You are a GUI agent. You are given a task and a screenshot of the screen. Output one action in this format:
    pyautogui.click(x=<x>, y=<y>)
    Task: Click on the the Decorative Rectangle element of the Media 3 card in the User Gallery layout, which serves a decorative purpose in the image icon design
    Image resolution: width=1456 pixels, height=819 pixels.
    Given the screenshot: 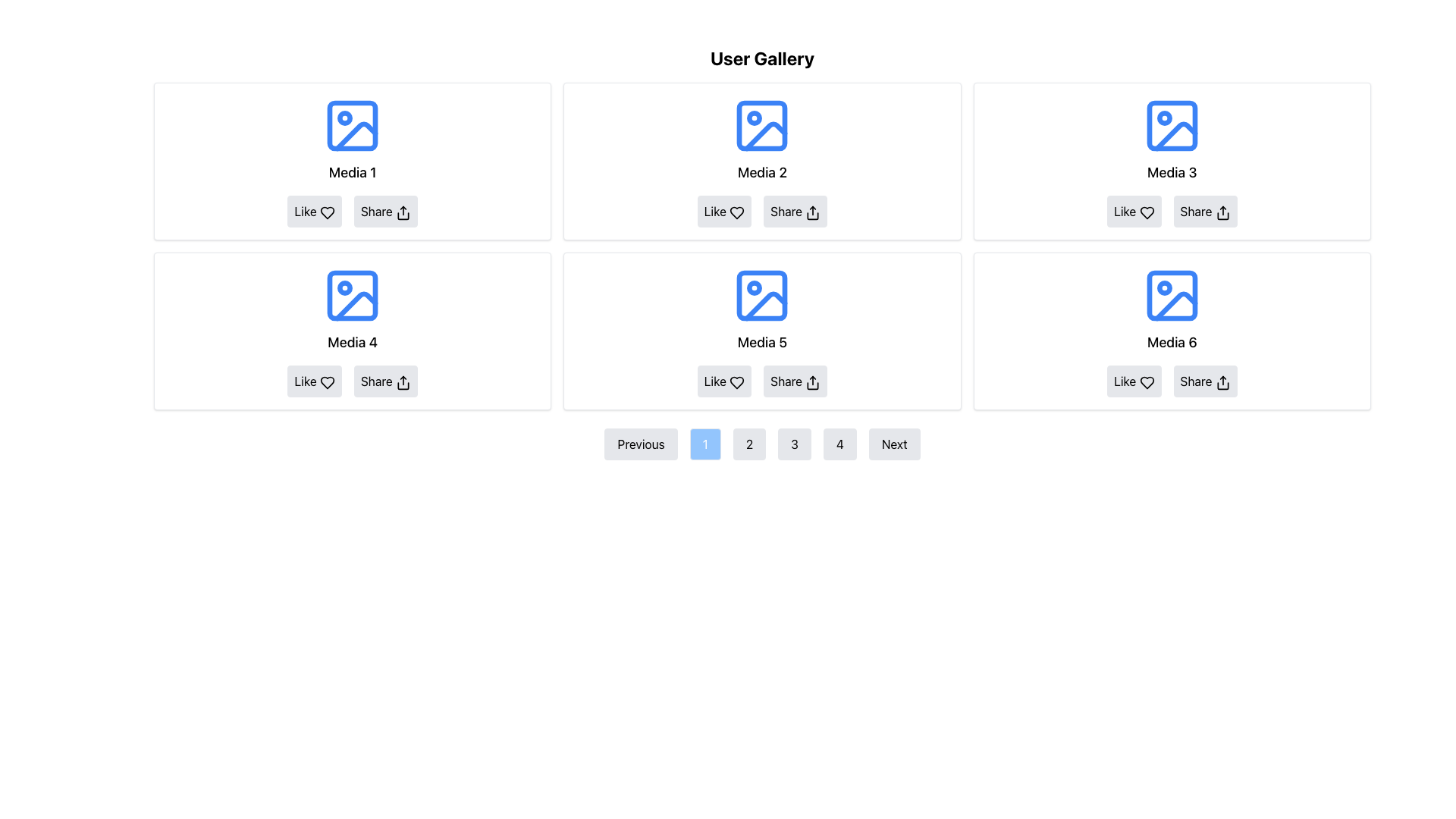 What is the action you would take?
    pyautogui.click(x=1171, y=124)
    